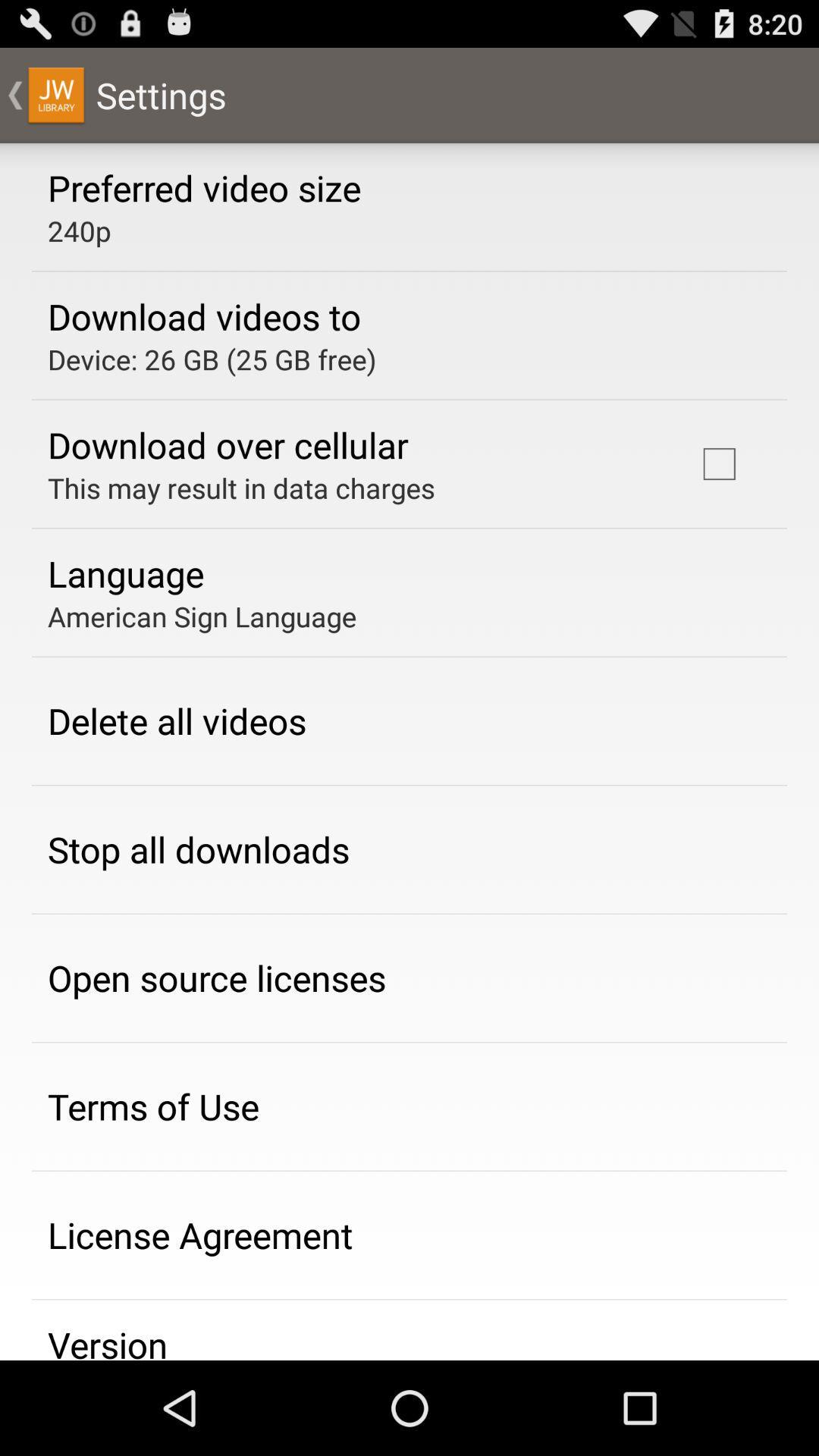  I want to click on the icon above the version app, so click(199, 1235).